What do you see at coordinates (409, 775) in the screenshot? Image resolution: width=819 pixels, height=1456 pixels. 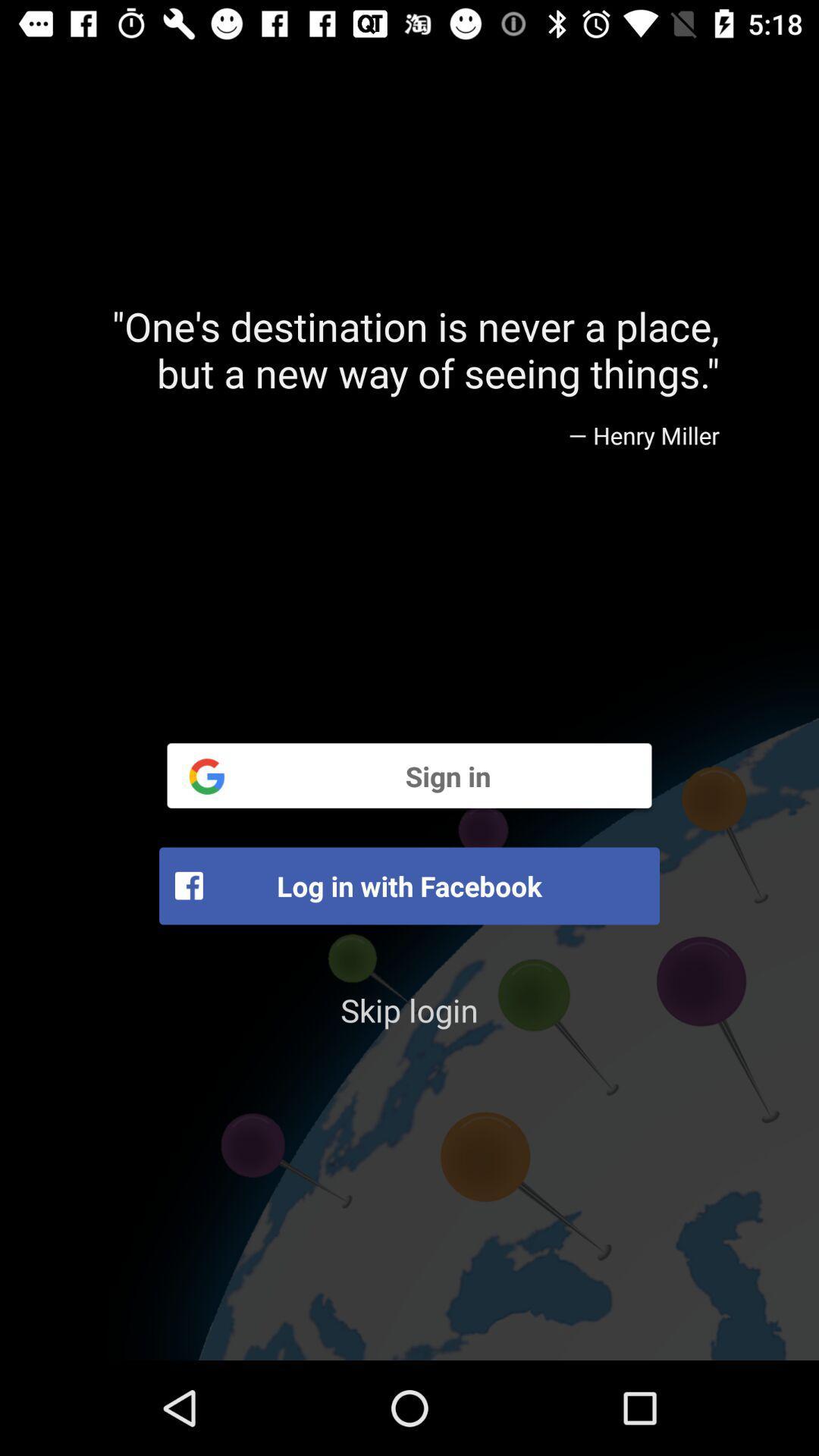 I see `the sign in item` at bounding box center [409, 775].